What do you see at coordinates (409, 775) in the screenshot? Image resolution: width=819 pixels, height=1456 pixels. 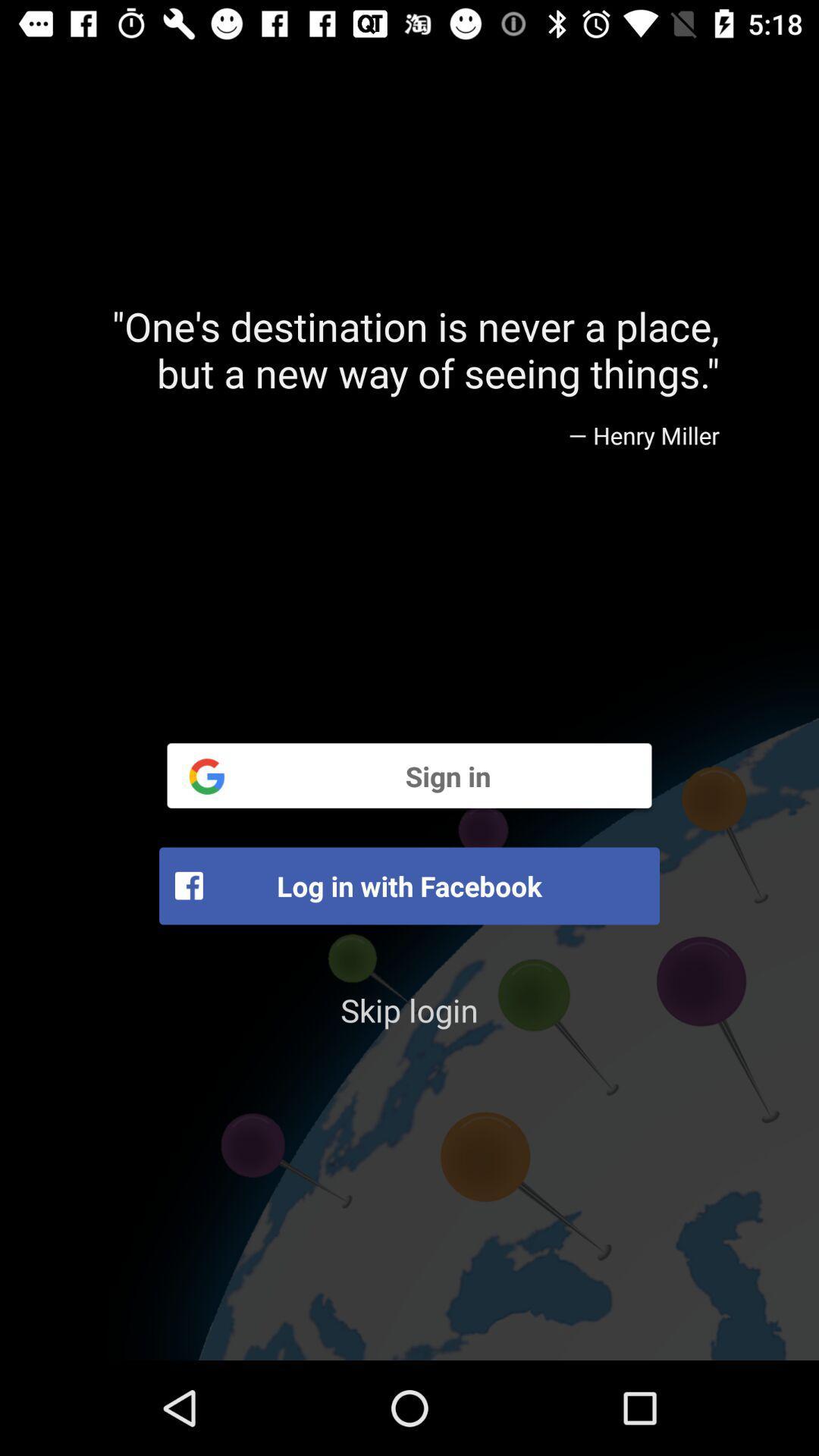 I see `the sign in item` at bounding box center [409, 775].